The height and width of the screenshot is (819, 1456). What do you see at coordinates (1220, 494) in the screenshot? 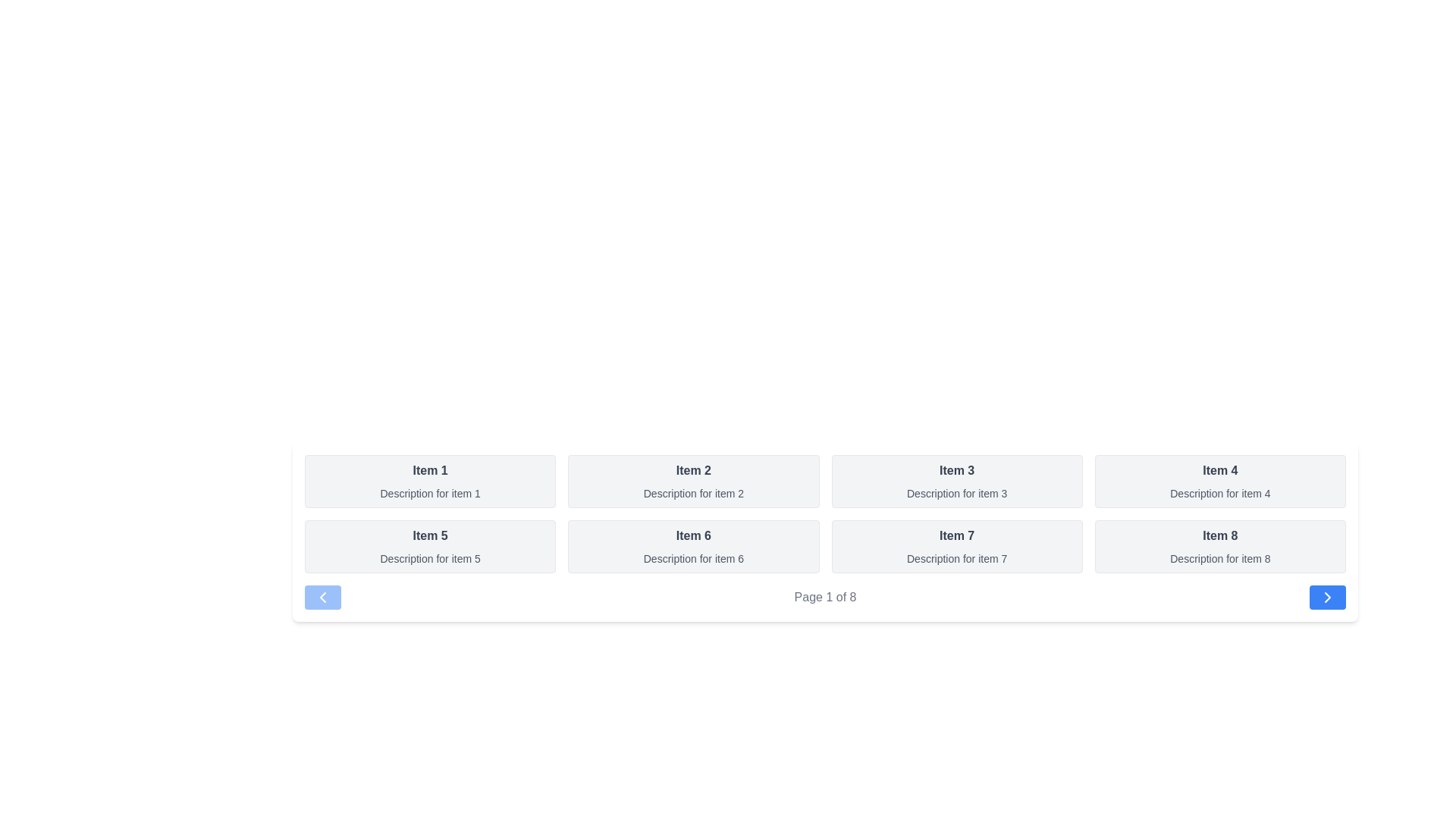
I see `the text label displaying 'Description for item 4', which is styled with a gray font color and smaller text size, located beneath the heading 'Item 4' in the fourth position of the top row of a grid layout` at bounding box center [1220, 494].